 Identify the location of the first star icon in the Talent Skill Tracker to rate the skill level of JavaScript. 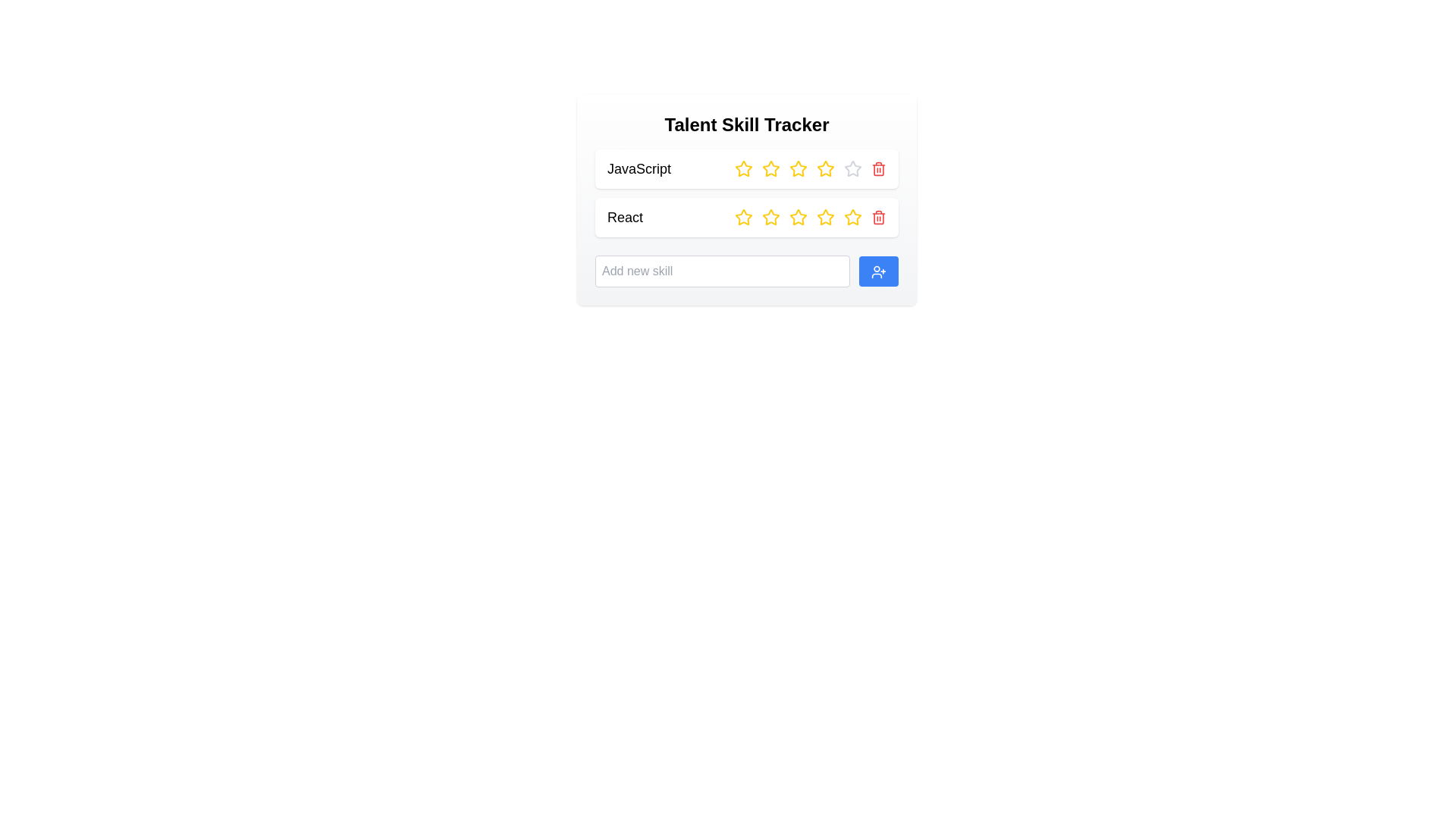
(743, 169).